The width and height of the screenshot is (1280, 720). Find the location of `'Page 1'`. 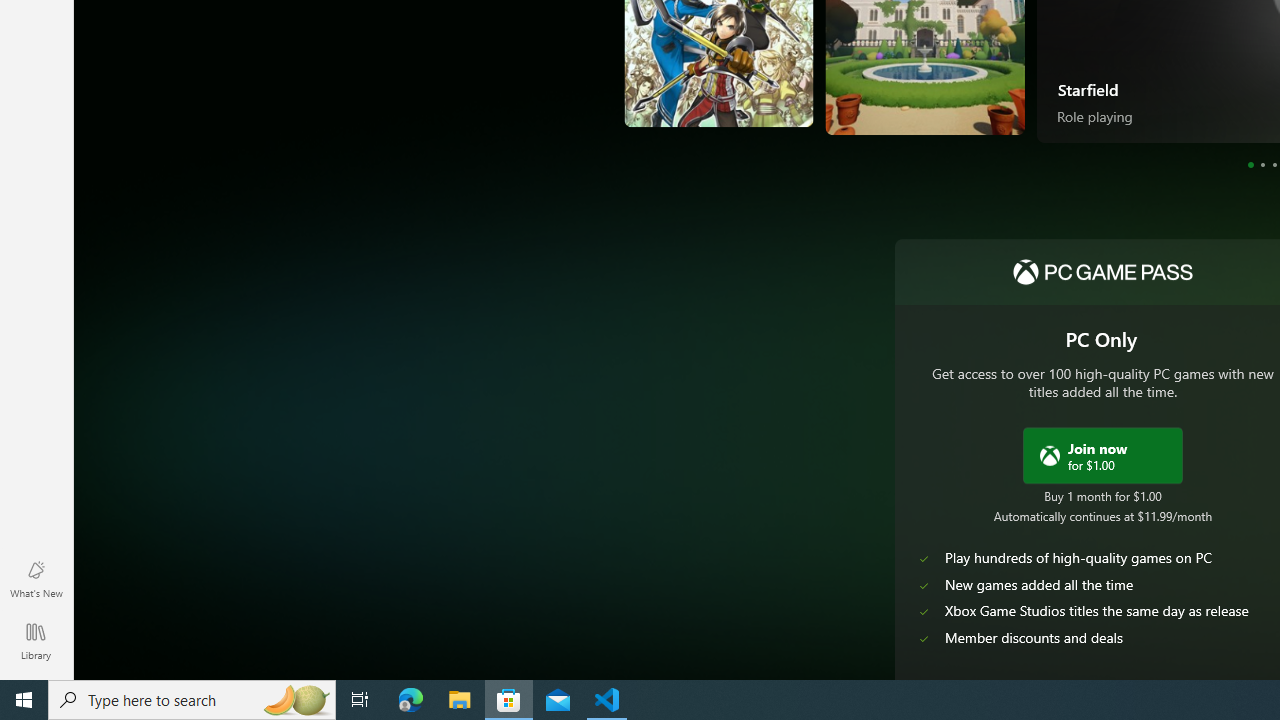

'Page 1' is located at coordinates (1250, 163).